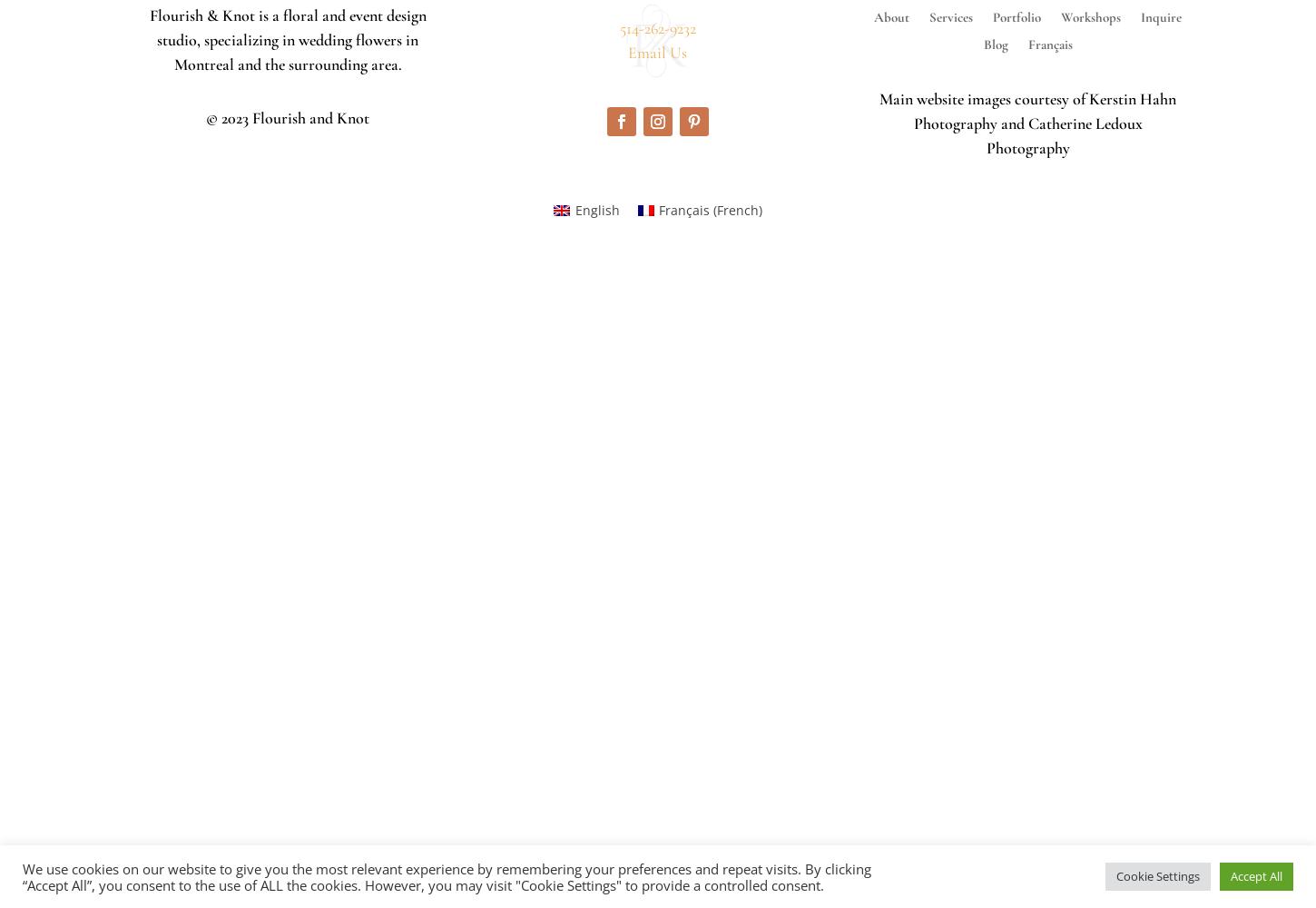  What do you see at coordinates (951, 17) in the screenshot?
I see `'Services'` at bounding box center [951, 17].